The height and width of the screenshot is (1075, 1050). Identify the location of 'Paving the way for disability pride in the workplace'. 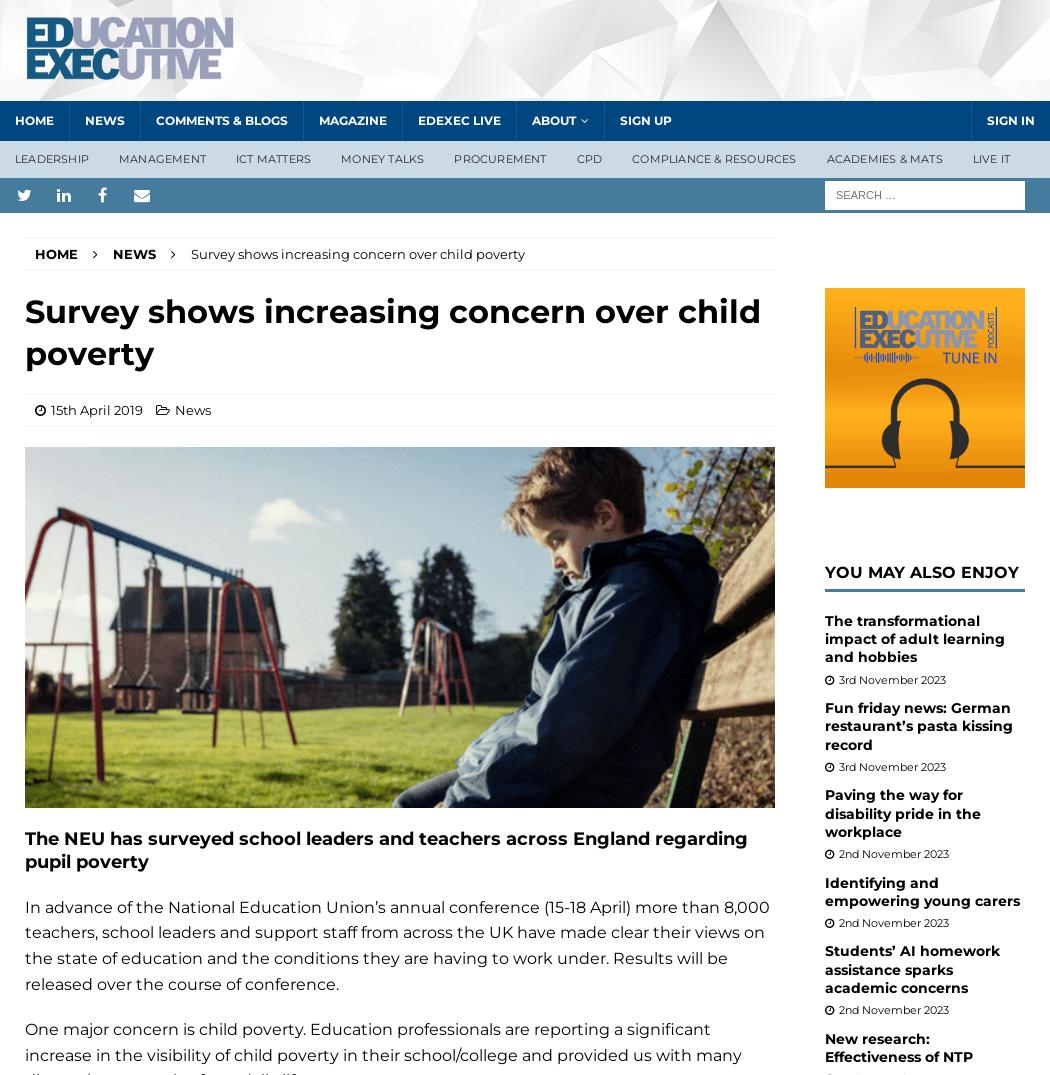
(903, 812).